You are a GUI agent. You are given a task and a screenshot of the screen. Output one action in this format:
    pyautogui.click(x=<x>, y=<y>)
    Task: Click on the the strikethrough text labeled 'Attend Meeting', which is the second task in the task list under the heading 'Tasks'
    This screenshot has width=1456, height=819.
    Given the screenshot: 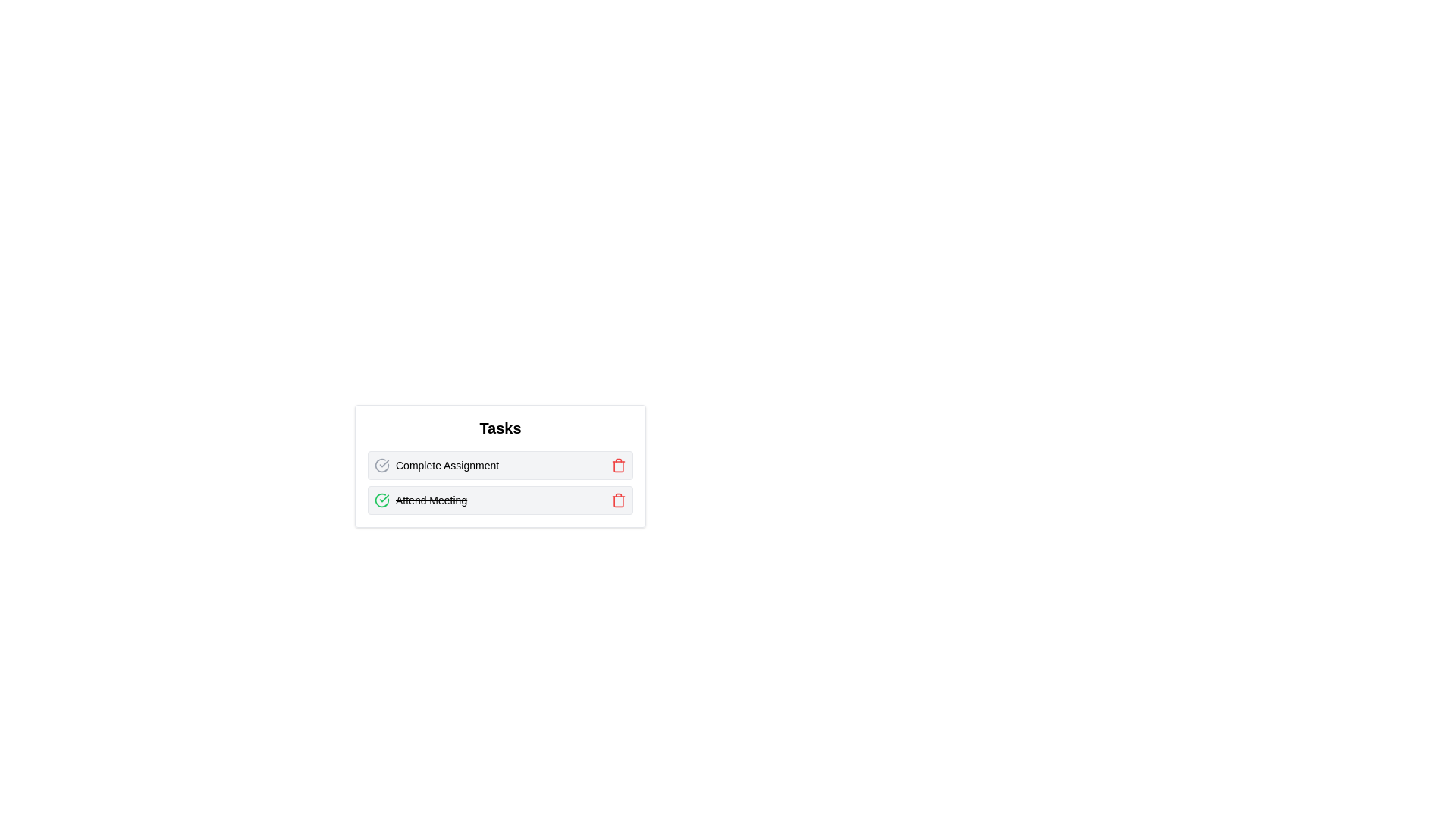 What is the action you would take?
    pyautogui.click(x=421, y=500)
    